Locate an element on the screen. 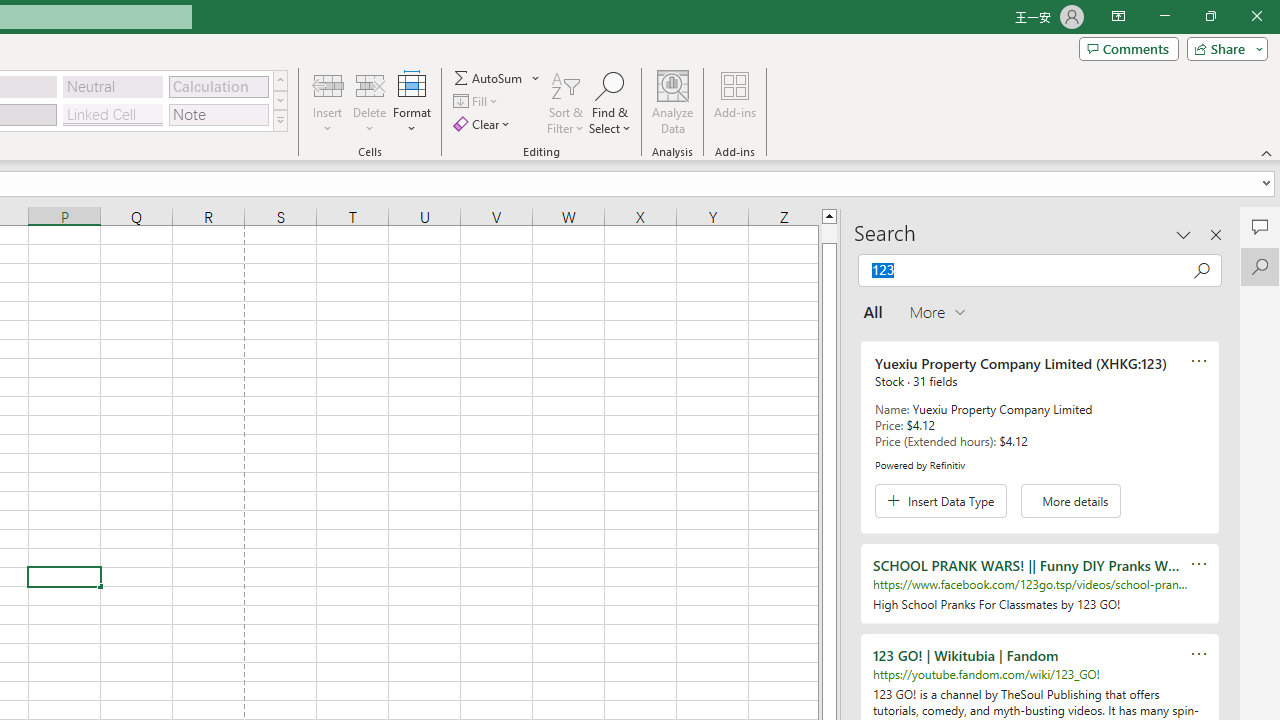 This screenshot has width=1280, height=720. 'Sum' is located at coordinates (489, 77).